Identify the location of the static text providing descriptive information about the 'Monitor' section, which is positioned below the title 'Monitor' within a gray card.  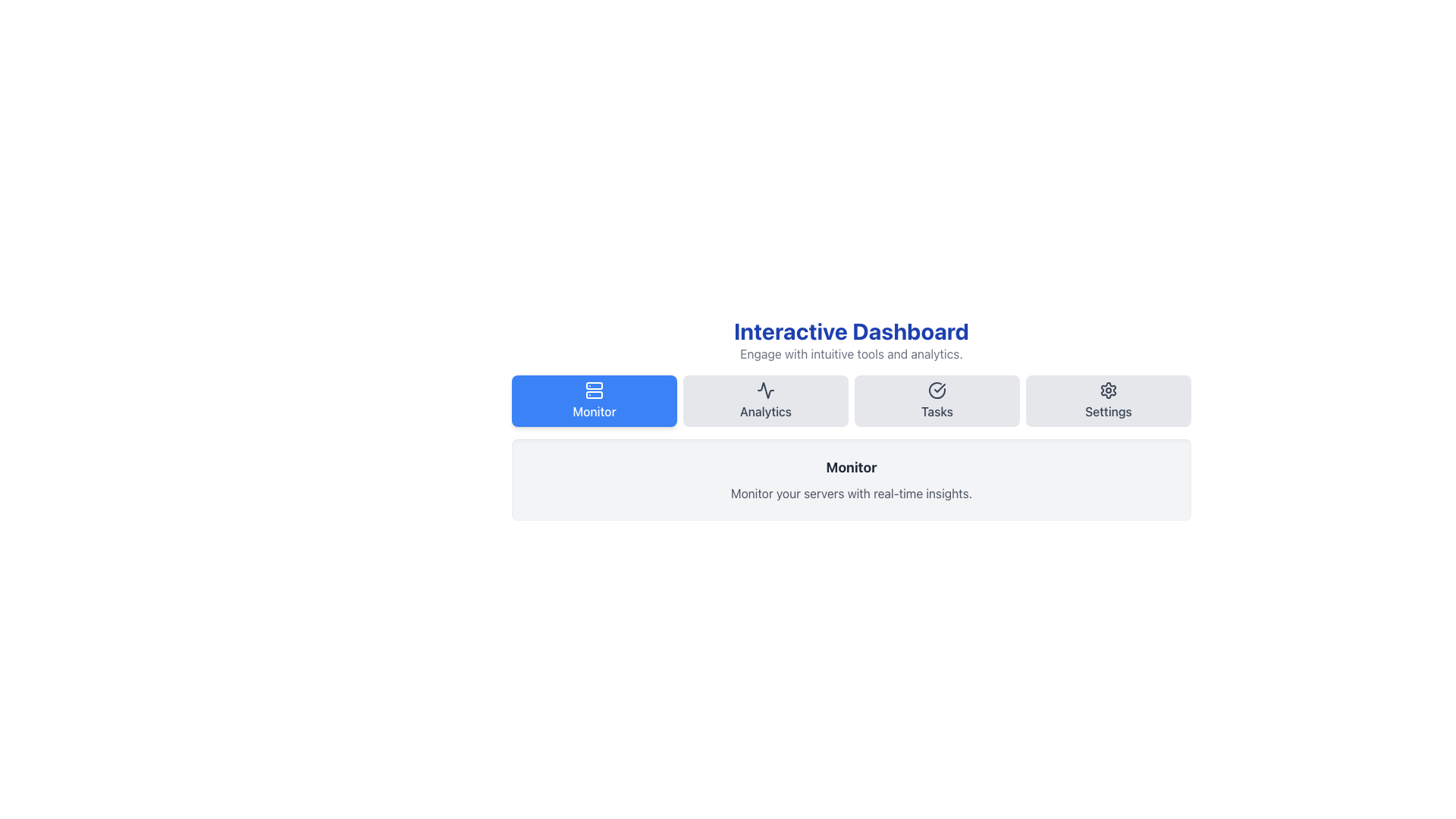
(852, 494).